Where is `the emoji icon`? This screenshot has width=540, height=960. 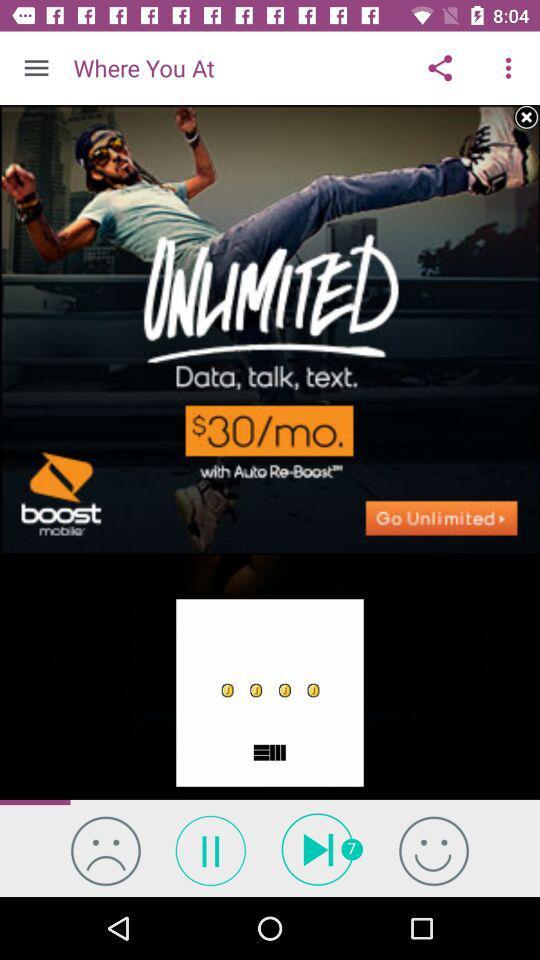 the emoji icon is located at coordinates (432, 849).